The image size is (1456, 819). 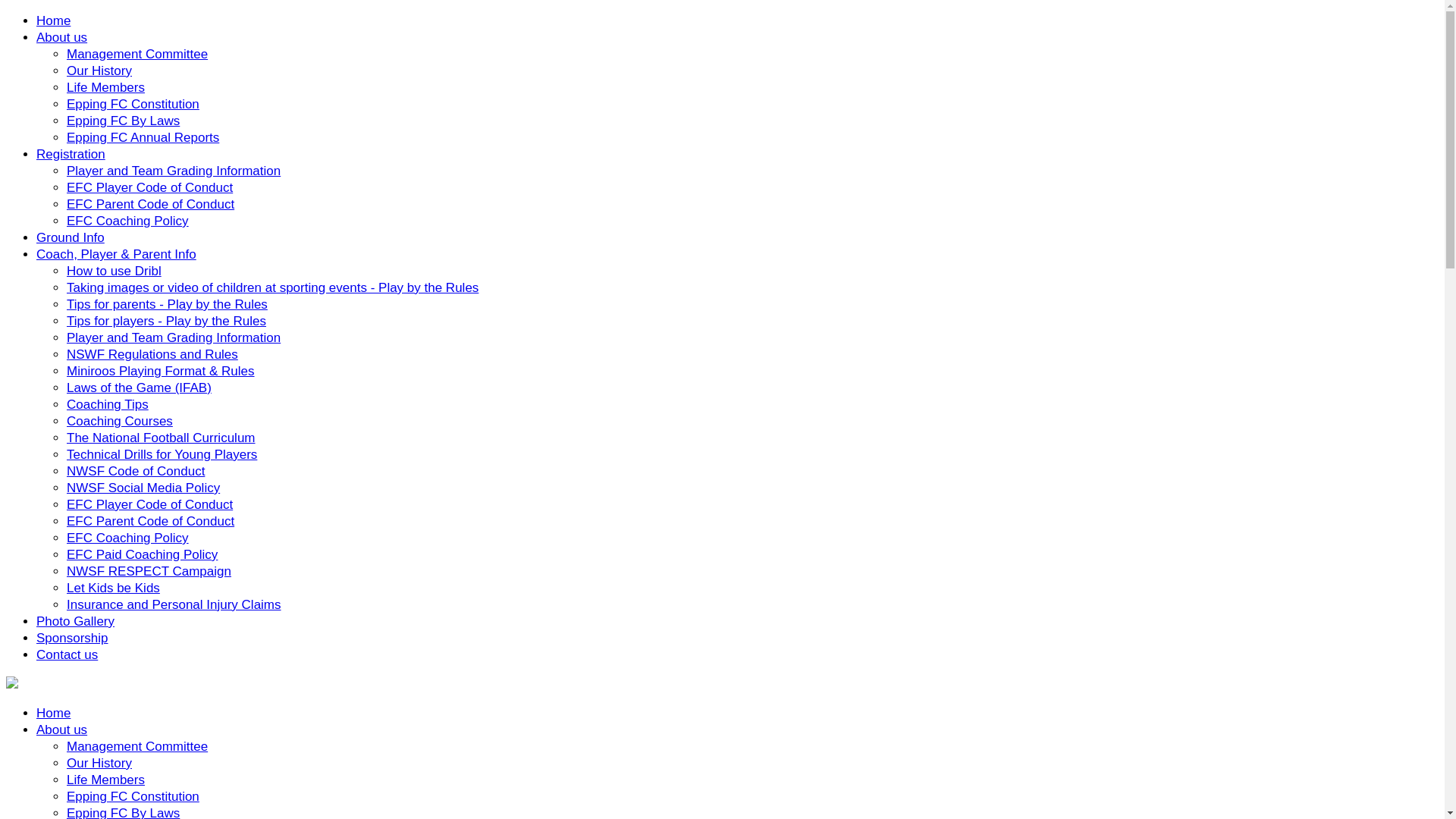 What do you see at coordinates (98, 763) in the screenshot?
I see `'Our History'` at bounding box center [98, 763].